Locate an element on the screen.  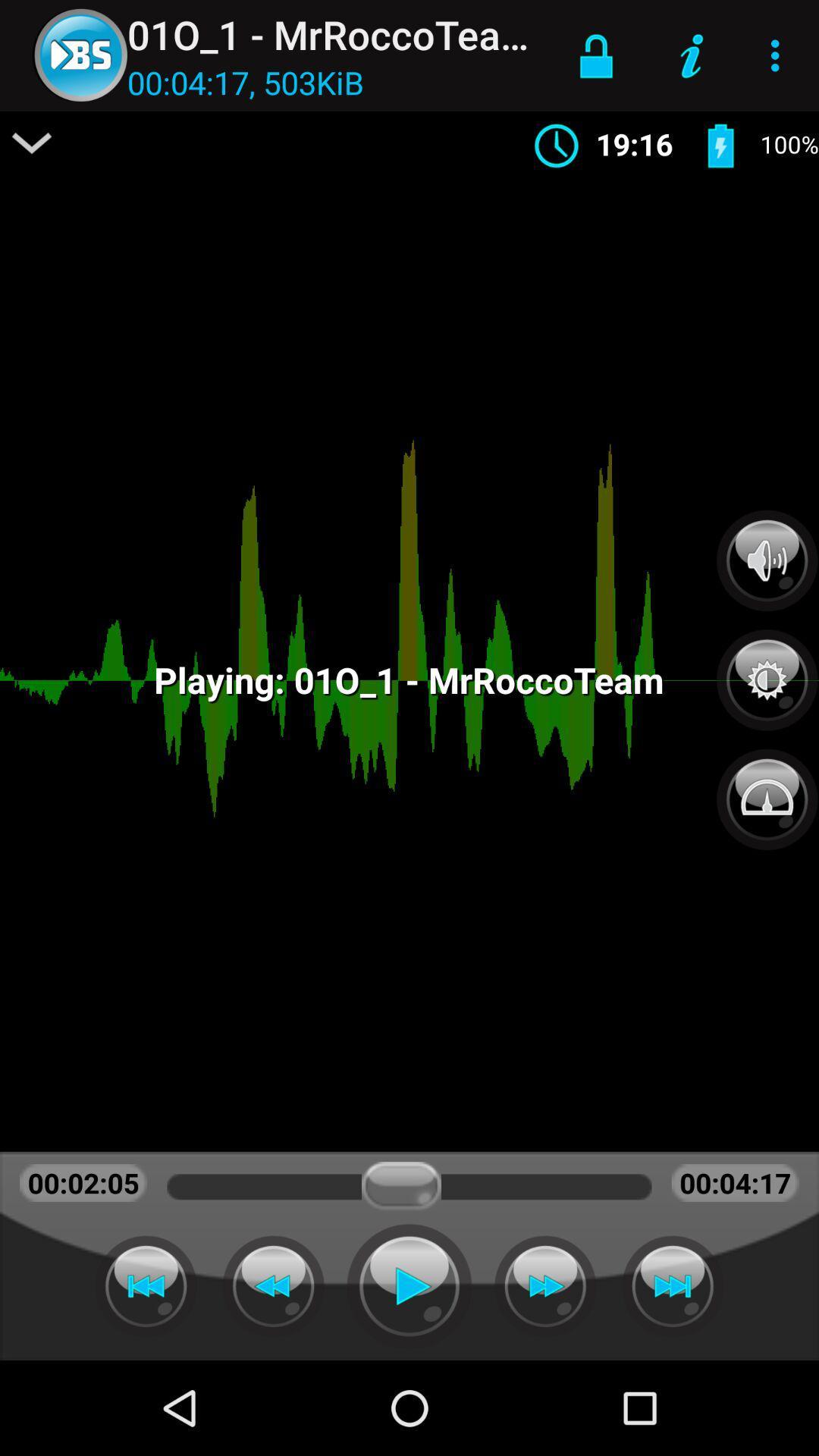
volume control is located at coordinates (767, 560).